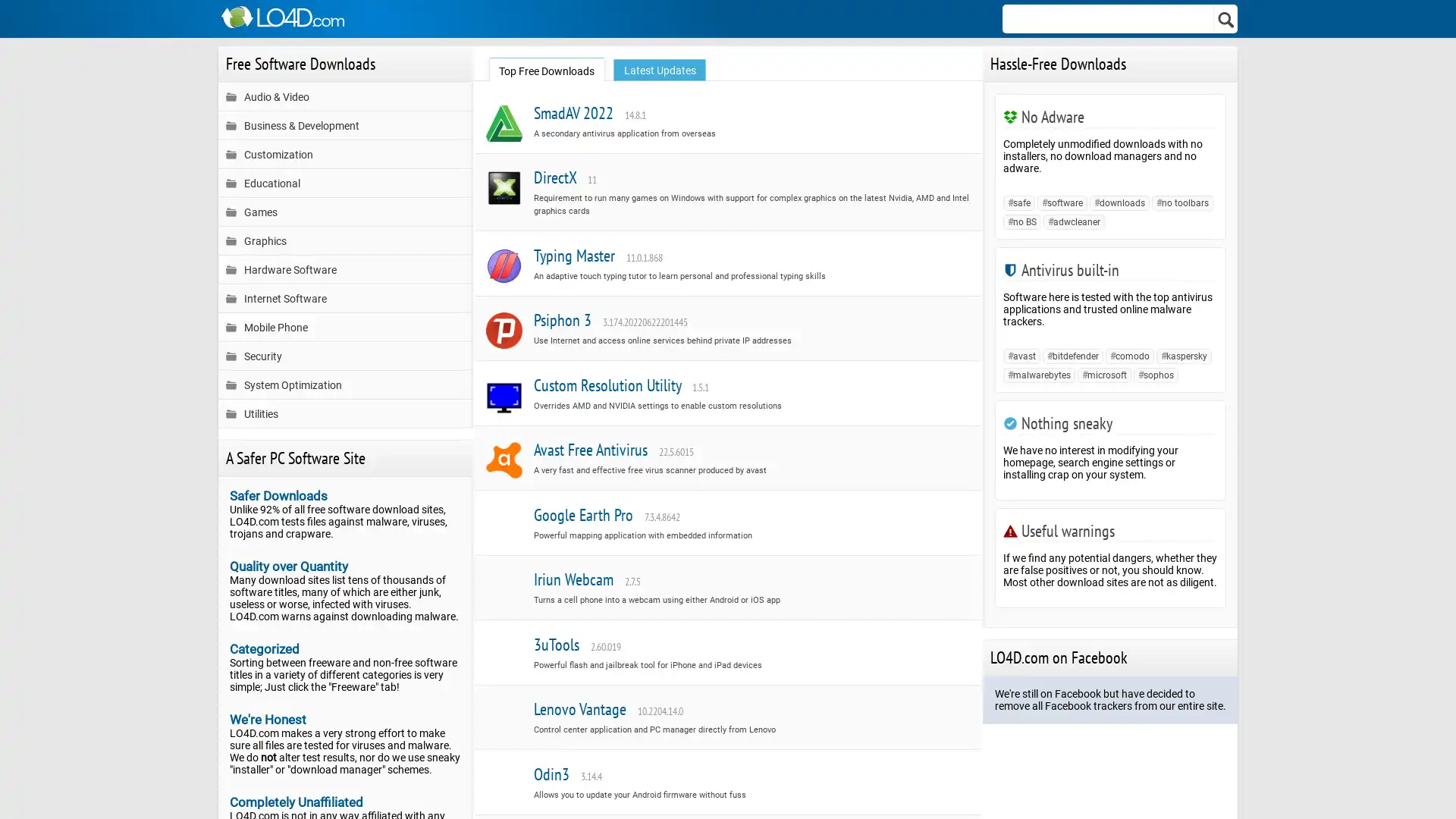  What do you see at coordinates (1226, 18) in the screenshot?
I see `Search` at bounding box center [1226, 18].